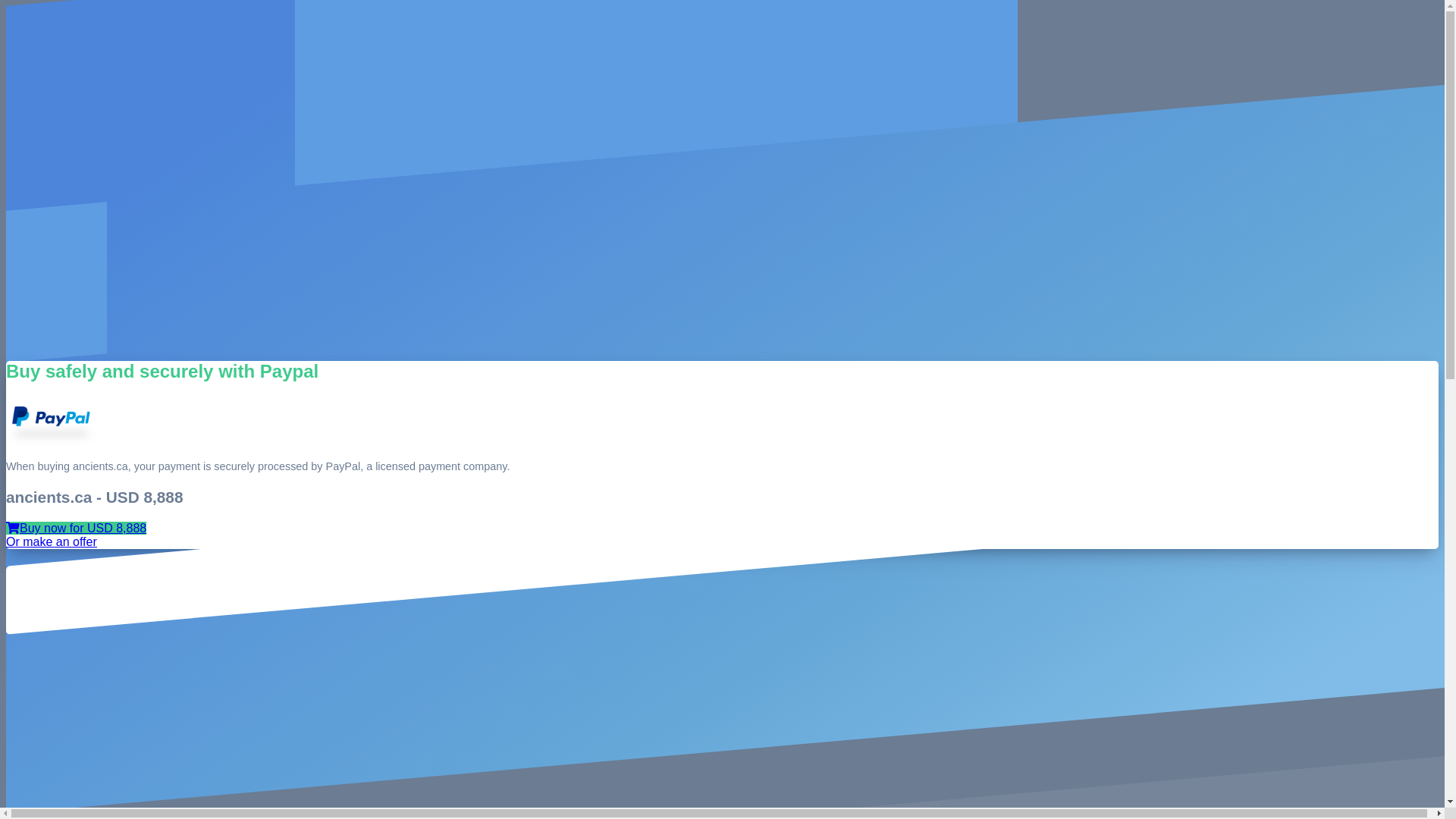 The height and width of the screenshot is (819, 1456). What do you see at coordinates (75, 527) in the screenshot?
I see `'Buy now for USD 8,888'` at bounding box center [75, 527].